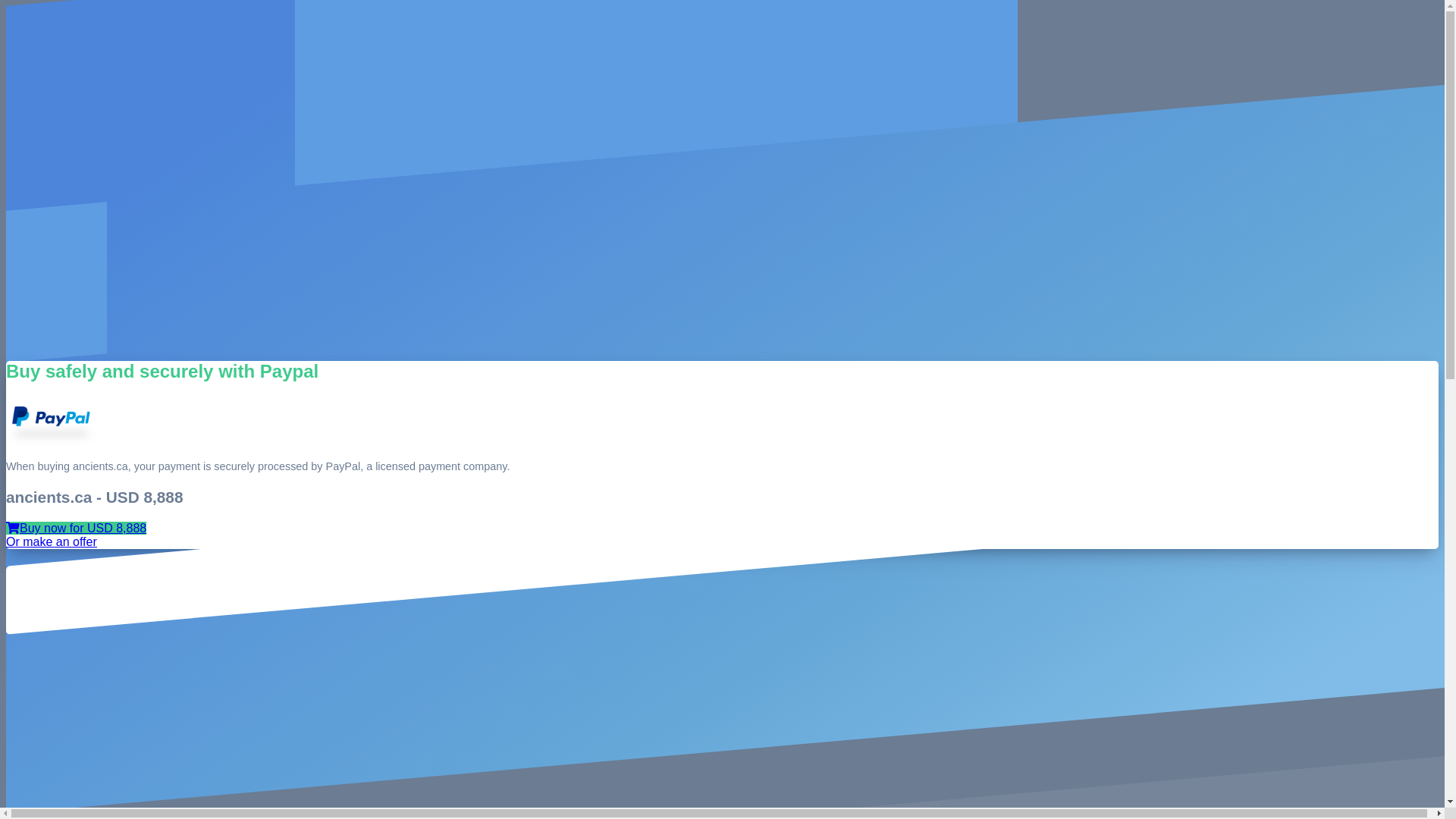 The height and width of the screenshot is (819, 1456). What do you see at coordinates (75, 527) in the screenshot?
I see `'Buy now for USD 8,888'` at bounding box center [75, 527].